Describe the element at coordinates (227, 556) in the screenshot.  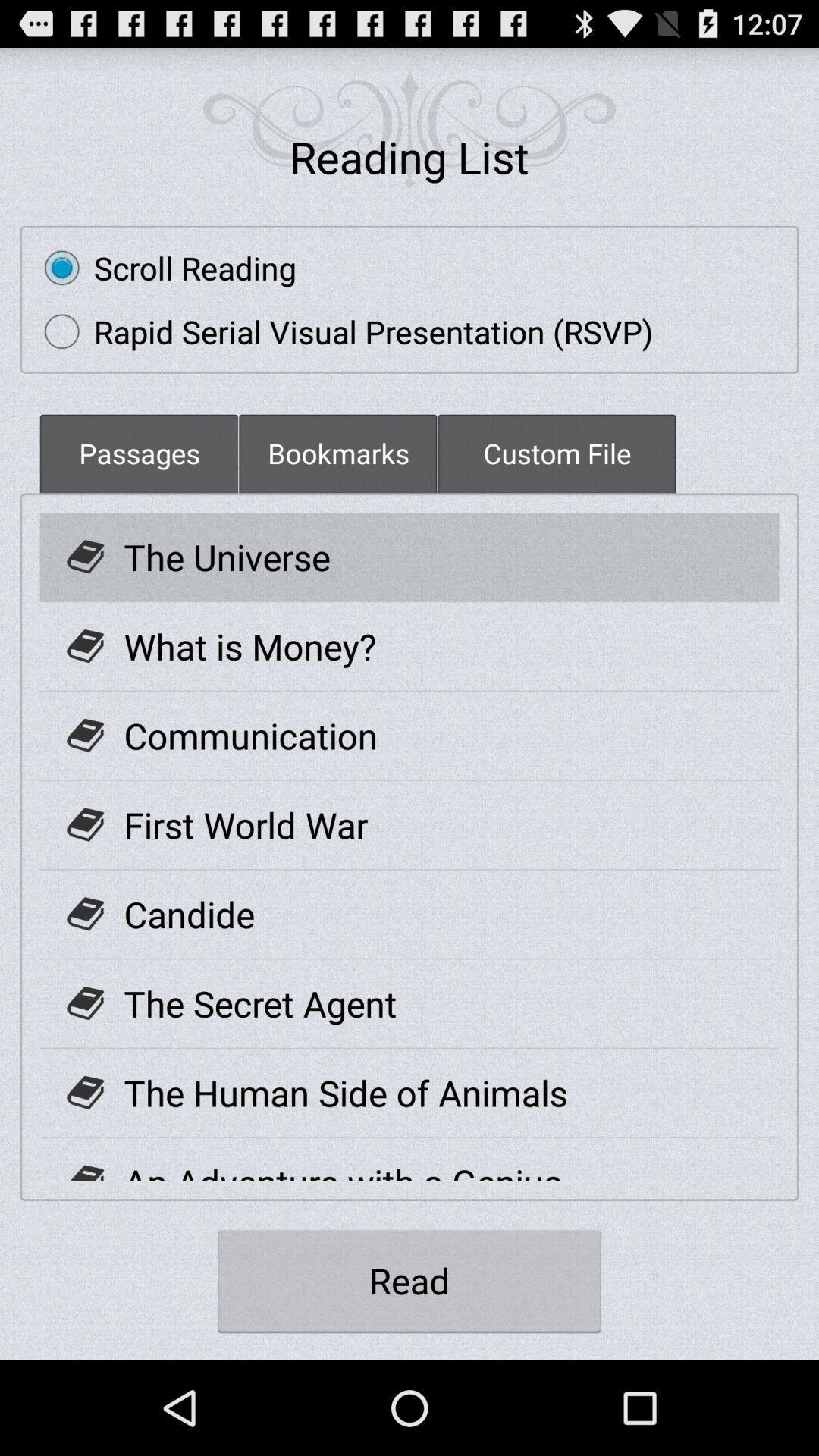
I see `the universe icon` at that location.